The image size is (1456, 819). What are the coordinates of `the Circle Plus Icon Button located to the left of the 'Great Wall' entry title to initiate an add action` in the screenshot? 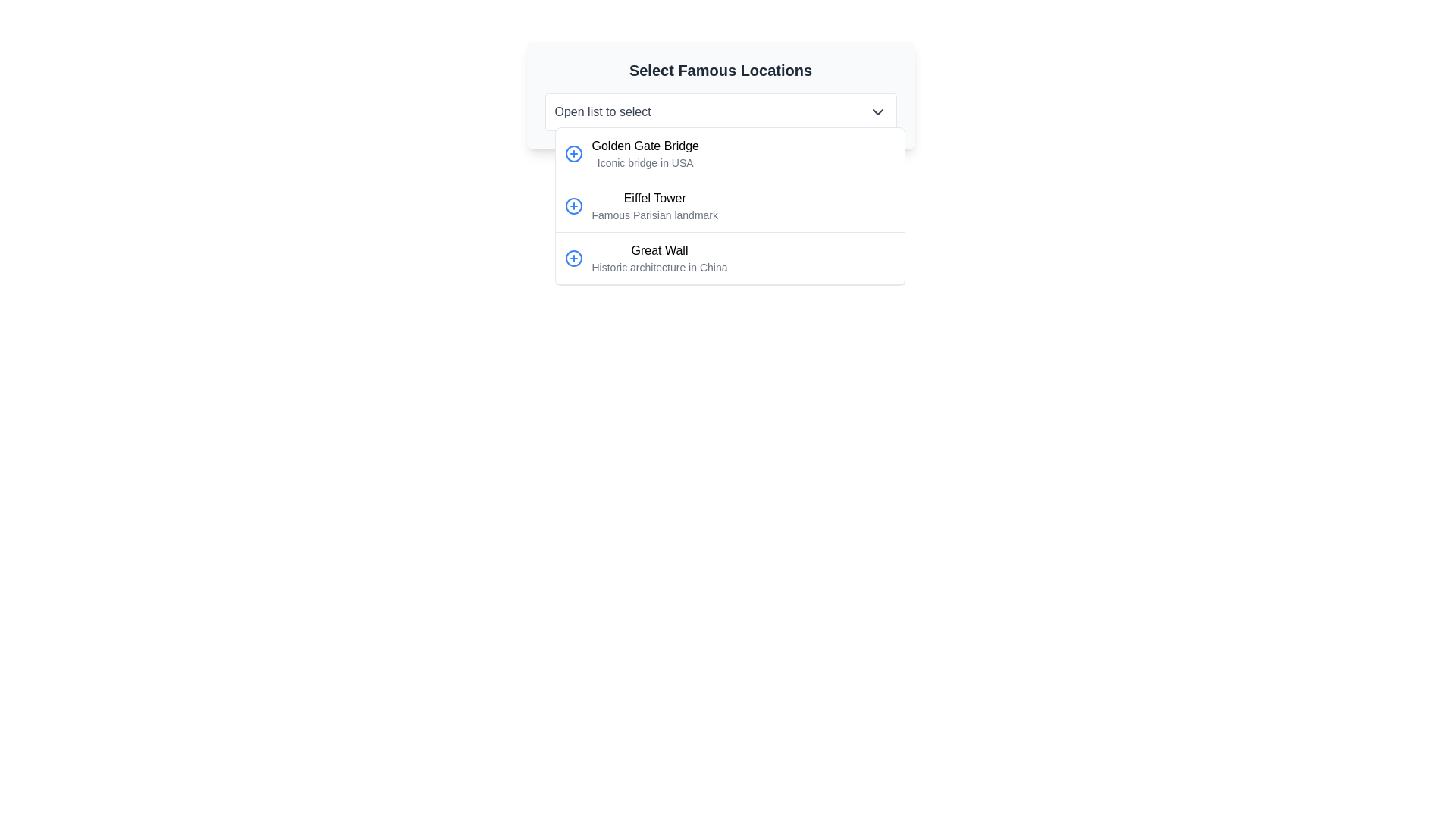 It's located at (573, 257).